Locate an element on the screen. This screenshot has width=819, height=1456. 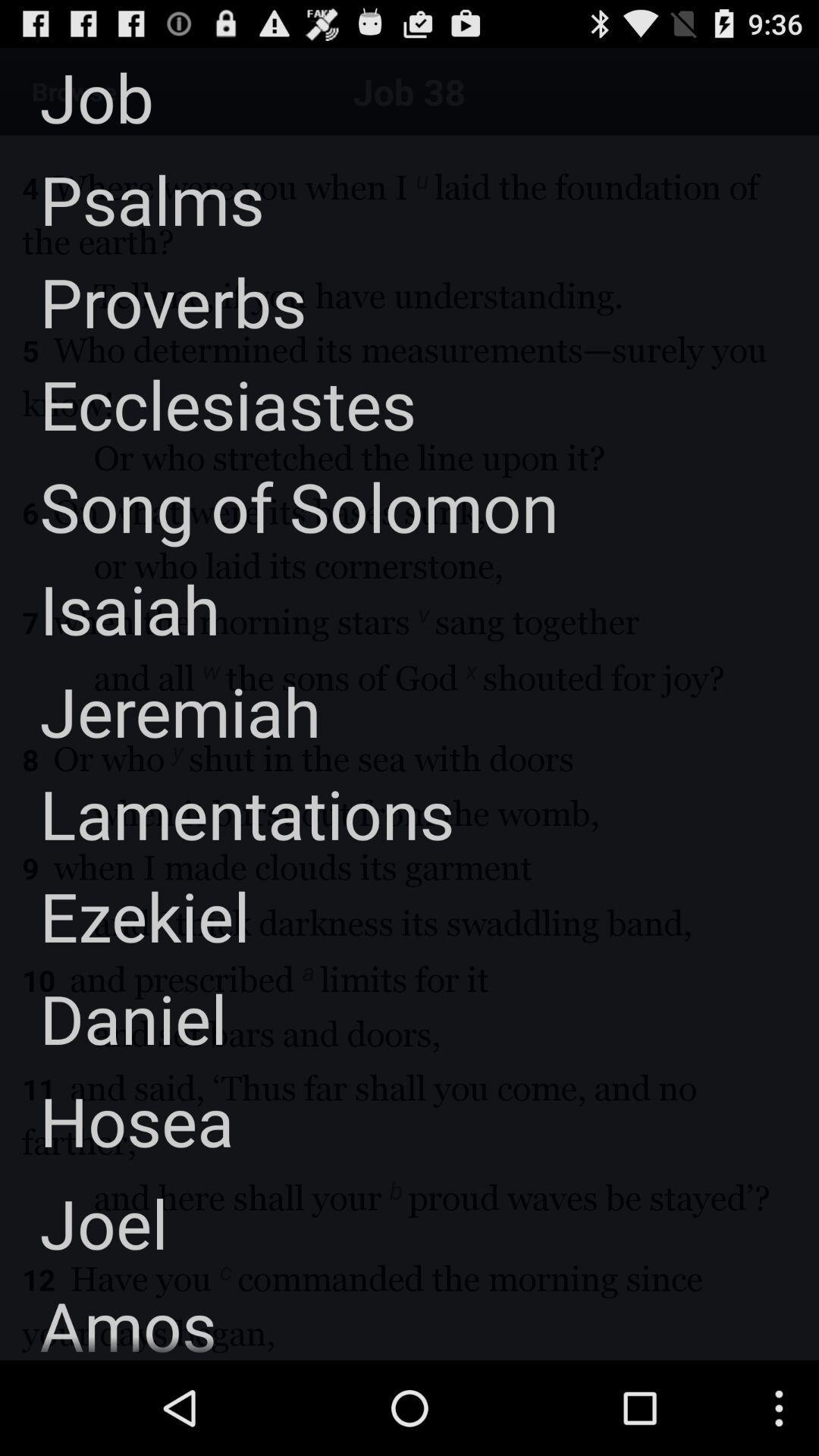
the item below the jeremiah icon is located at coordinates (227, 812).